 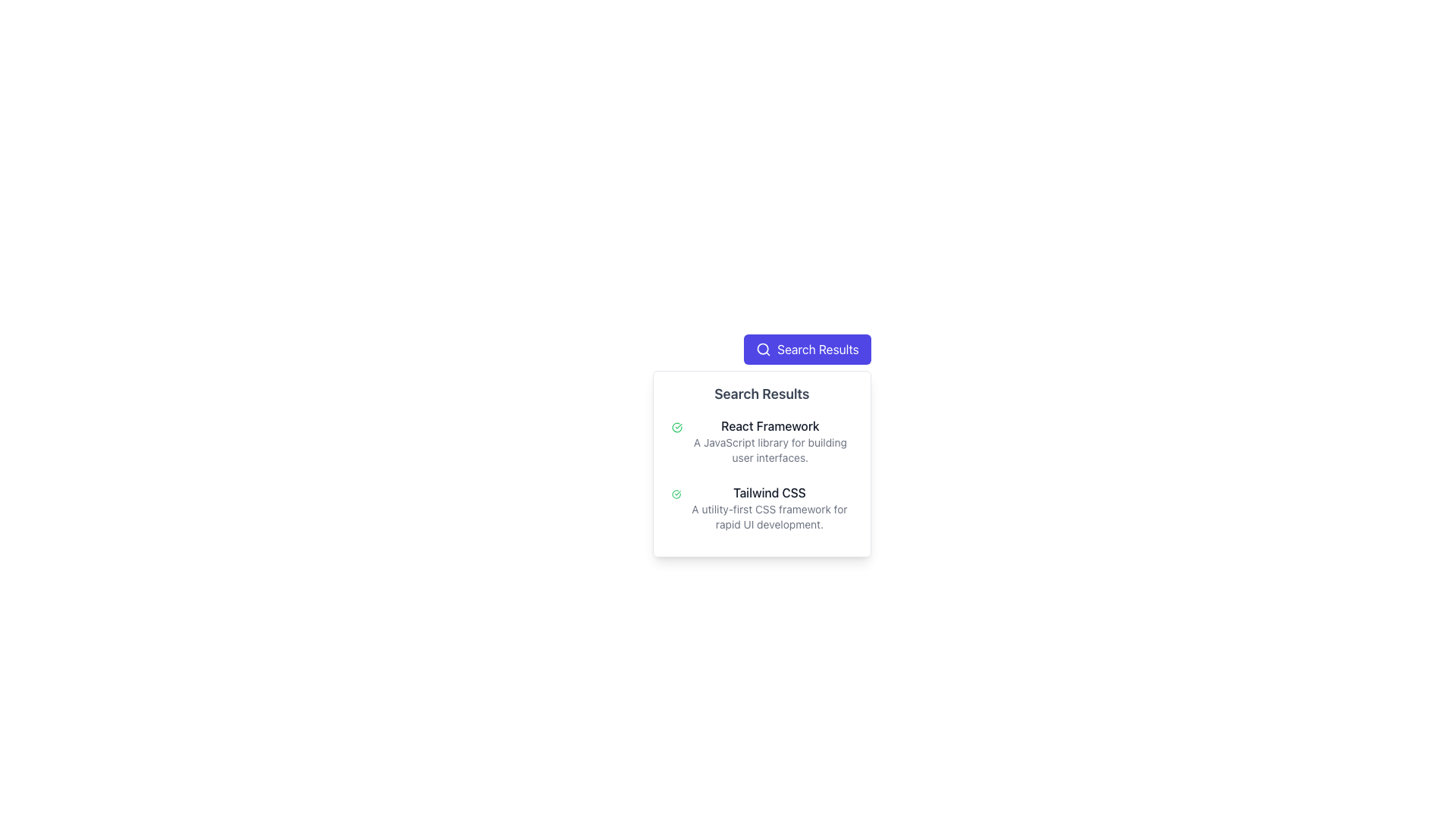 I want to click on the small circular green icon with a checkmark located to the left of the 'Tailwind CSS' text in the second search result card, so click(x=676, y=494).